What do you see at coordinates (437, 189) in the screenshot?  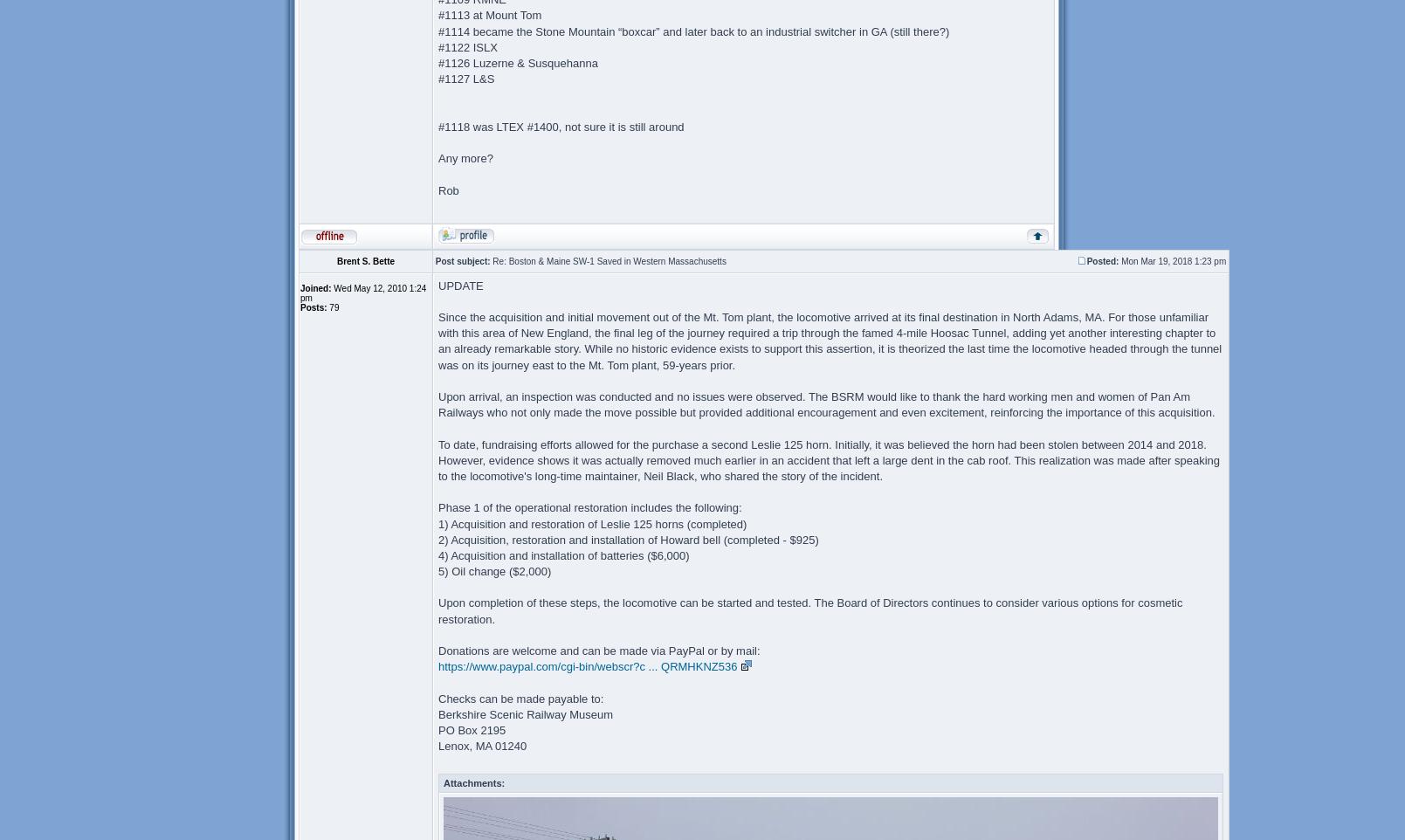 I see `'Rob'` at bounding box center [437, 189].